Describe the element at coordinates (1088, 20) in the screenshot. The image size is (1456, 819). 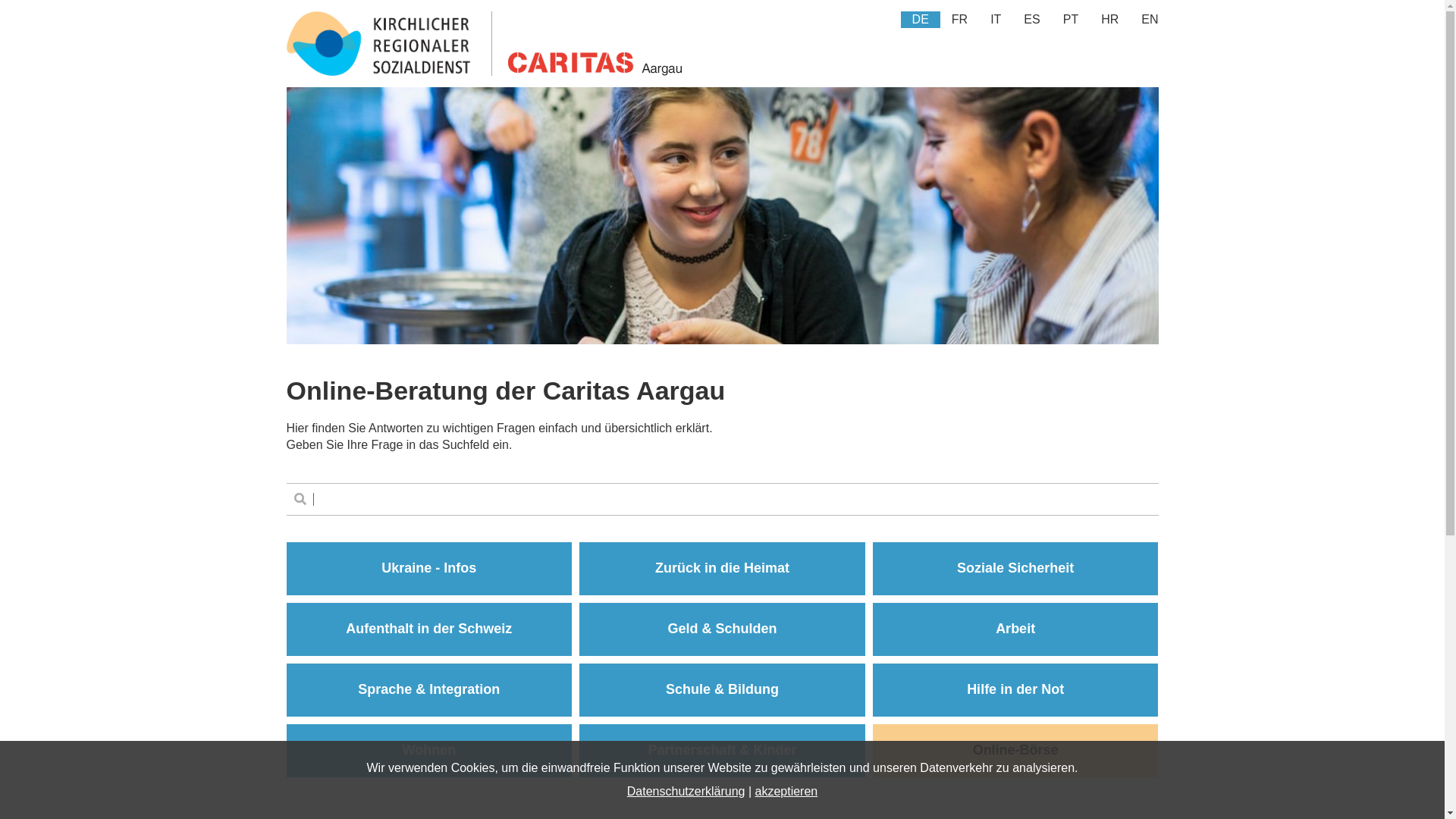
I see `'HR'` at that location.